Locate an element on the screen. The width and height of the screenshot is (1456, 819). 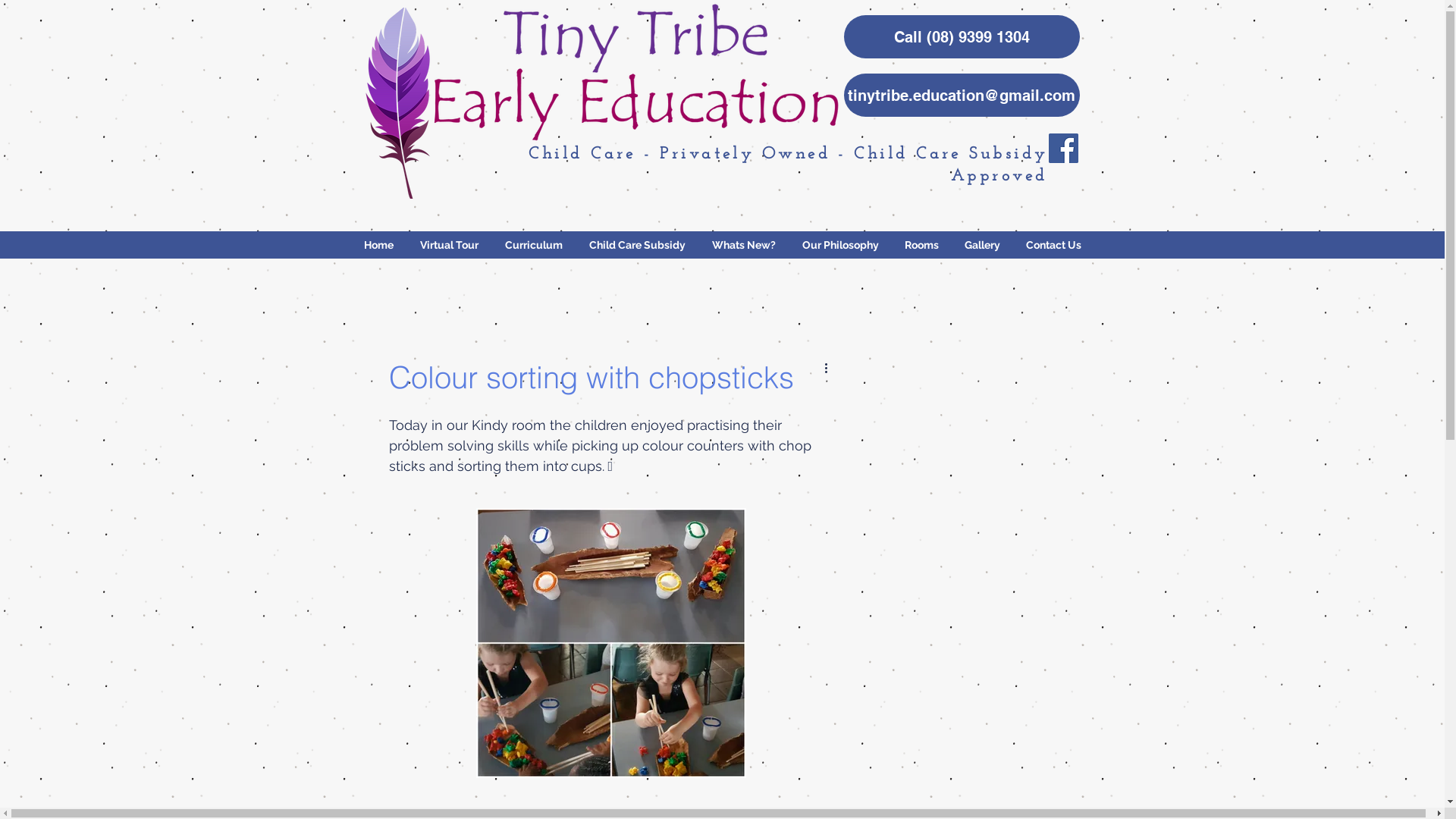
'Our Philosophy' is located at coordinates (839, 244).